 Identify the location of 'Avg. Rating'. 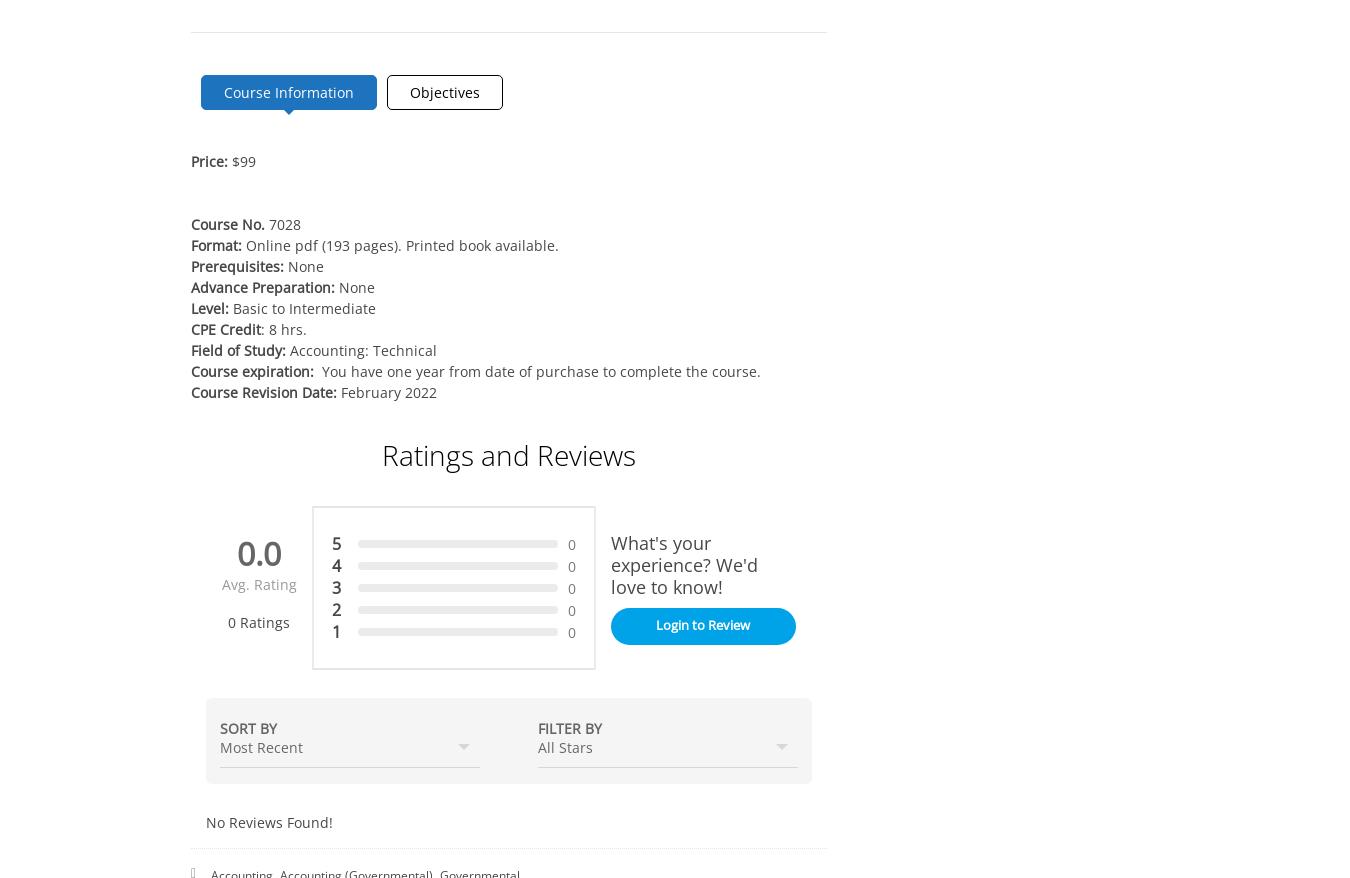
(257, 584).